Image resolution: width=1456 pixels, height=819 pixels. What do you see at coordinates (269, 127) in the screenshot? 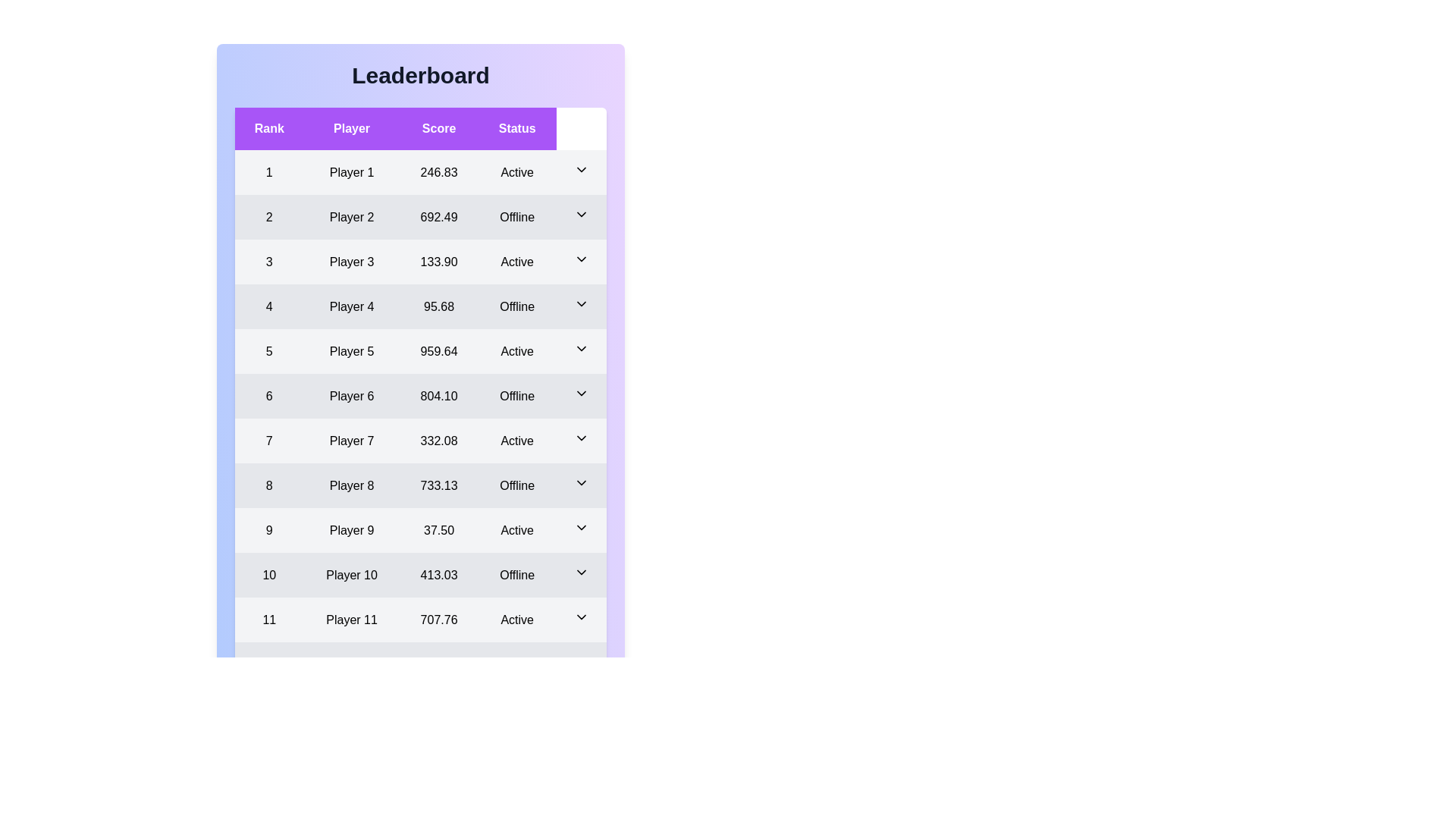
I see `the column header Rank to sort the leaderboard` at bounding box center [269, 127].